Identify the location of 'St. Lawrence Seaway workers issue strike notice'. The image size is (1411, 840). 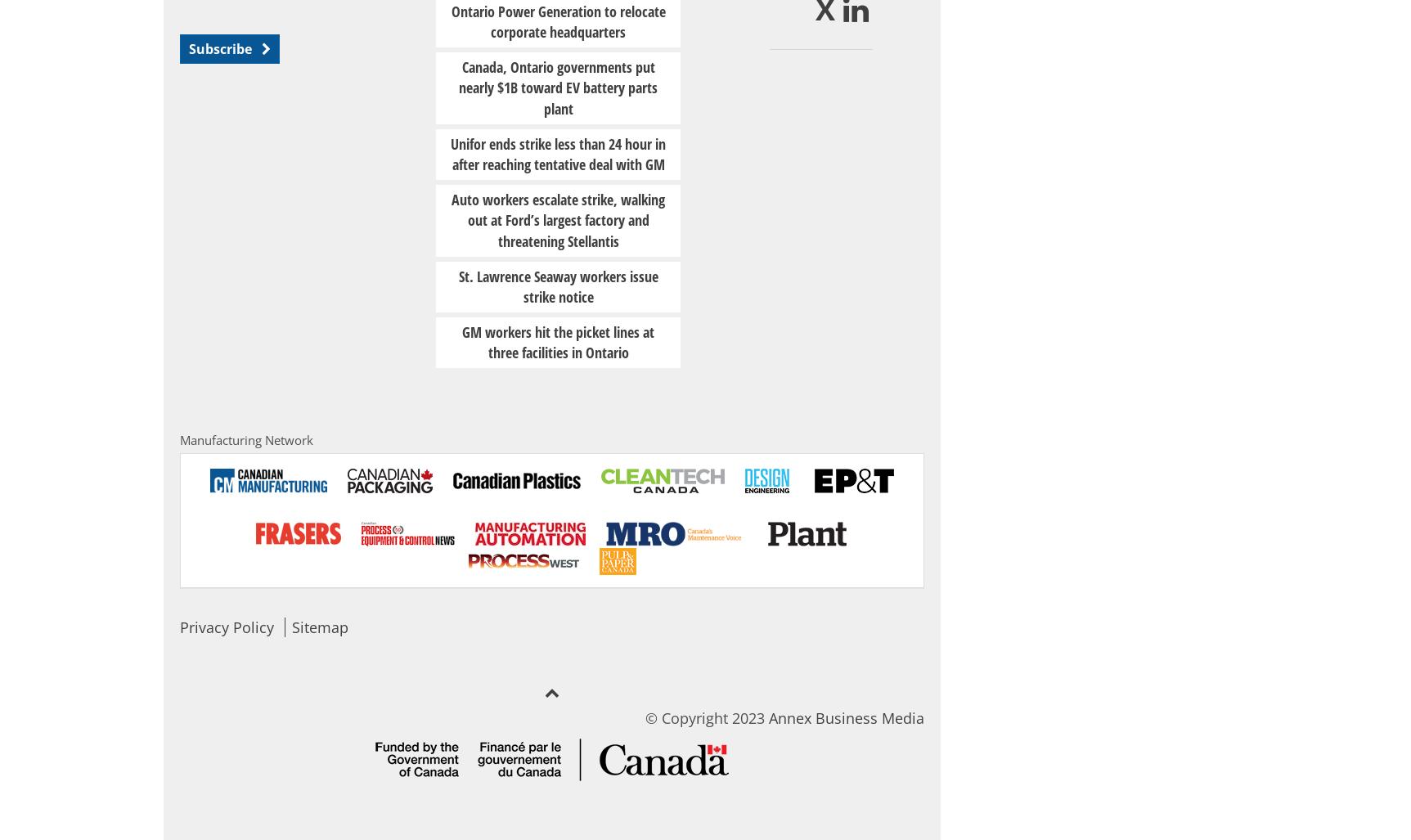
(558, 285).